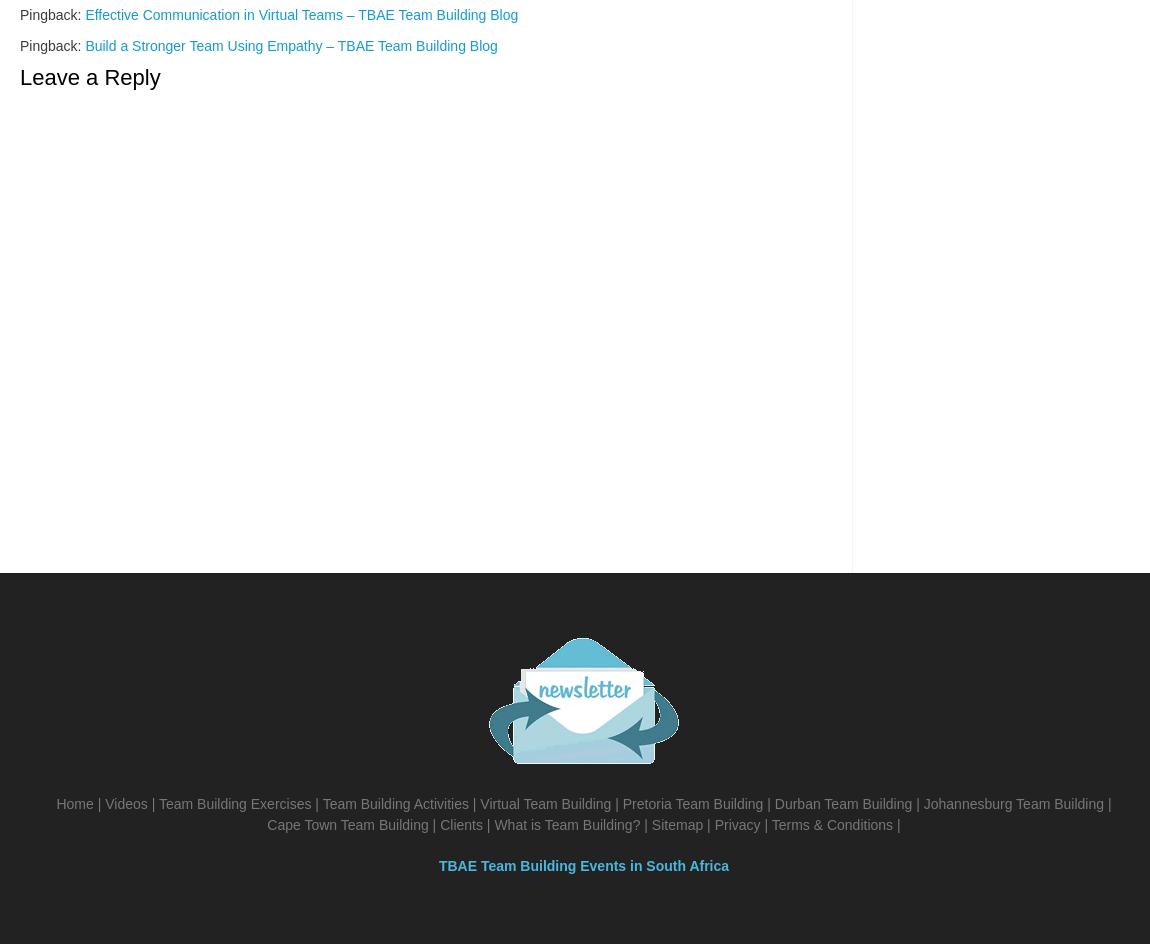 The height and width of the screenshot is (944, 1150). What do you see at coordinates (103, 803) in the screenshot?
I see `'Videos'` at bounding box center [103, 803].